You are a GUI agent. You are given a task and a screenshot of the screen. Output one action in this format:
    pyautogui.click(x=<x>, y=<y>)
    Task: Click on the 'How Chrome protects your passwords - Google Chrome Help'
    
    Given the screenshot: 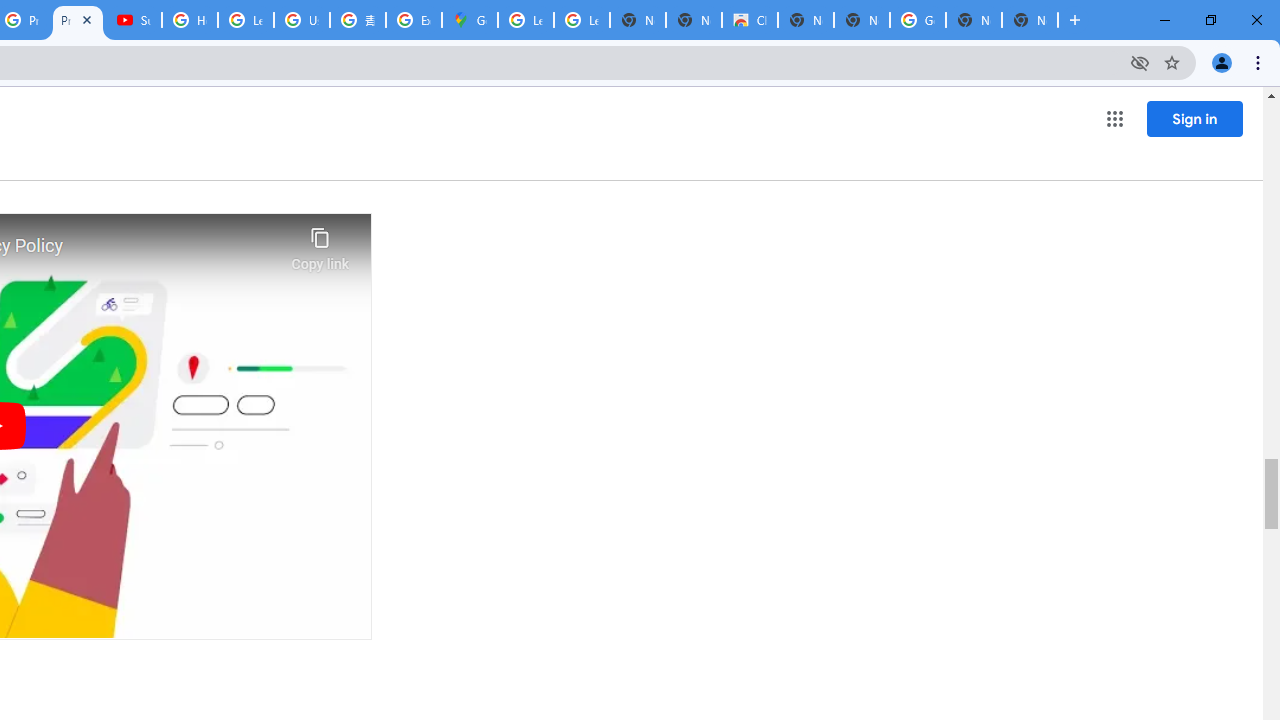 What is the action you would take?
    pyautogui.click(x=190, y=20)
    